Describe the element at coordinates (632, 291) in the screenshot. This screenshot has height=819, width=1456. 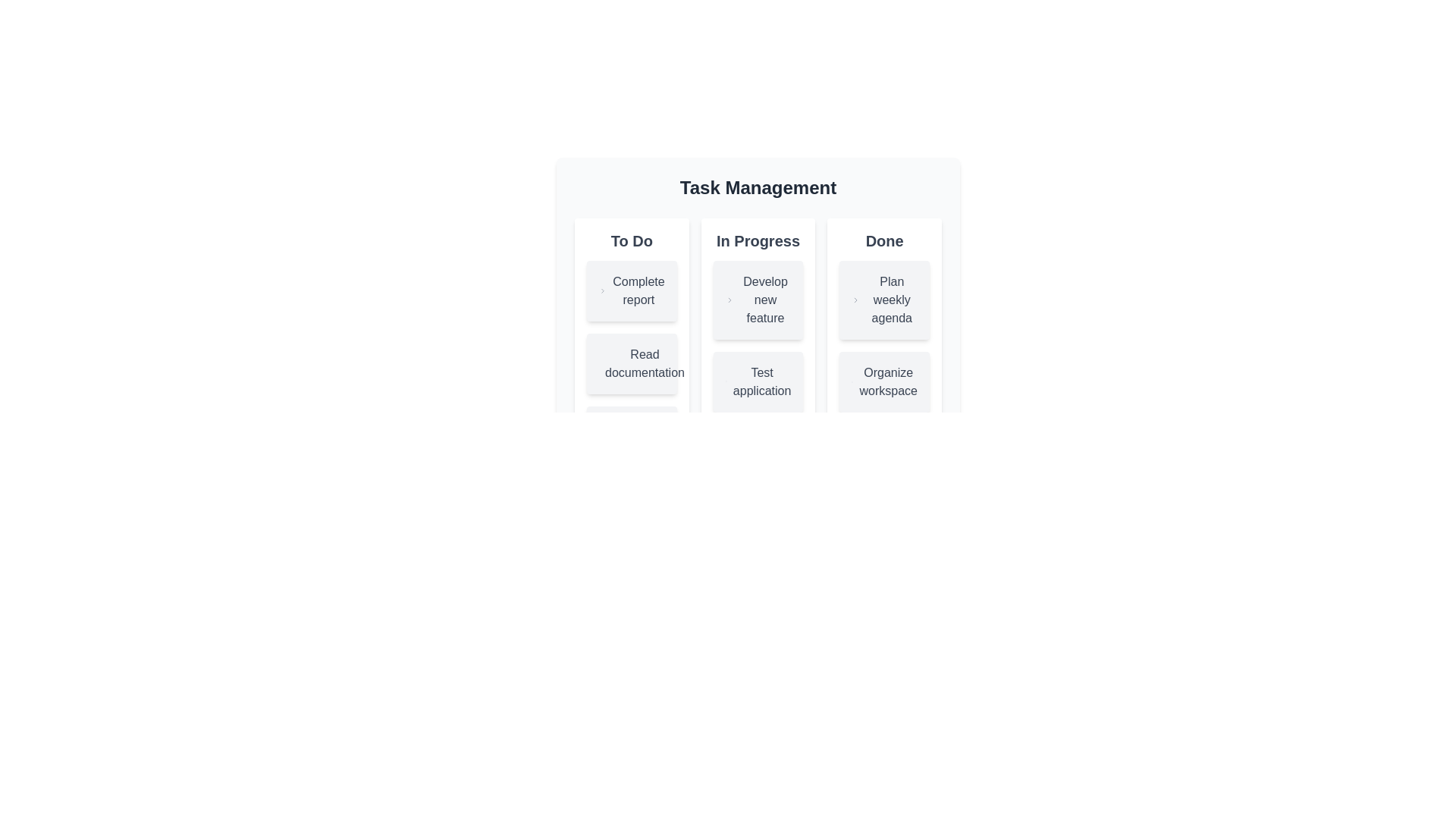
I see `the task item titled 'Complete report' from its current position in the 'To Do' column` at that location.